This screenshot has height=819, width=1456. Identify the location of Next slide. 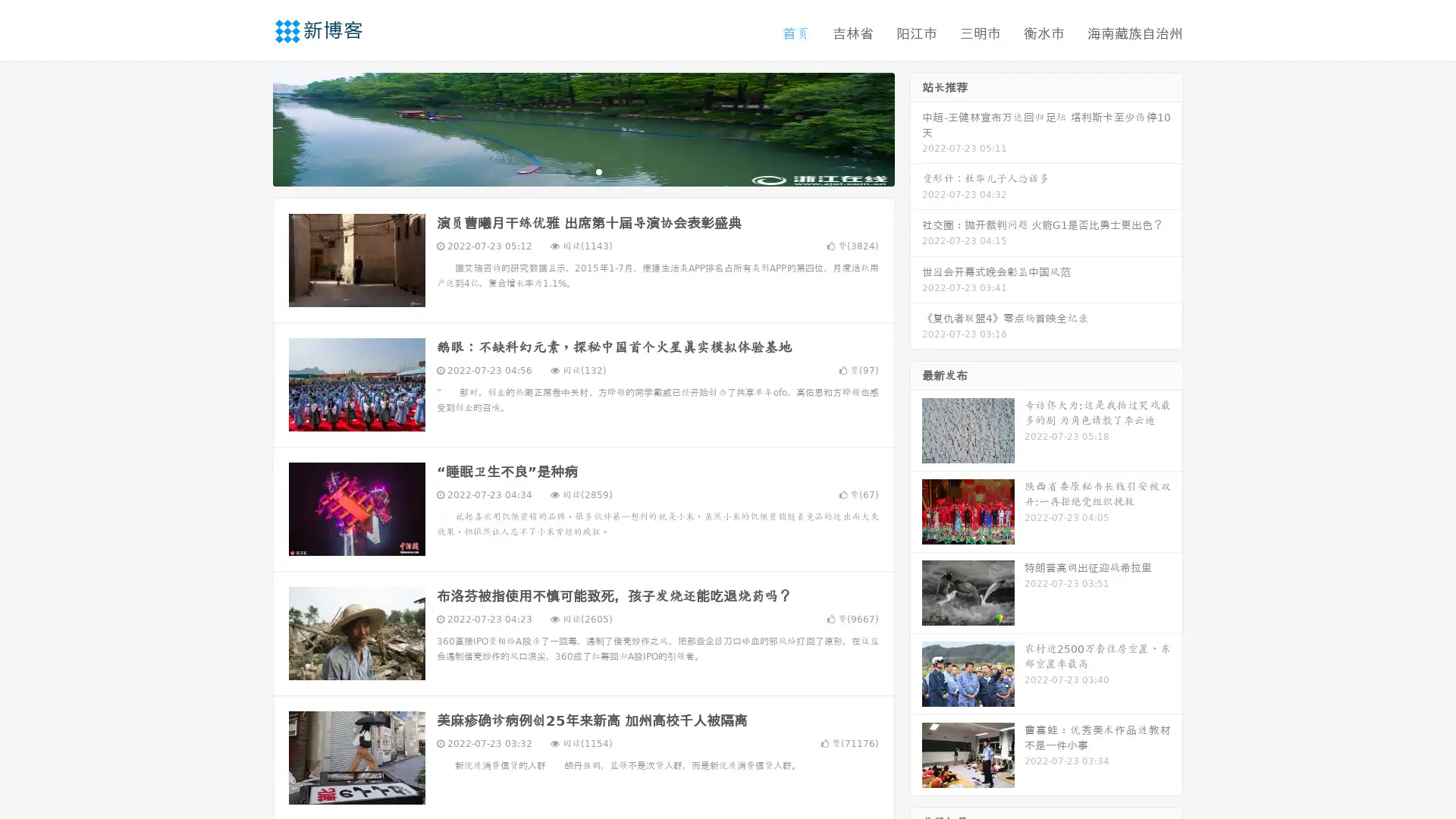
(916, 127).